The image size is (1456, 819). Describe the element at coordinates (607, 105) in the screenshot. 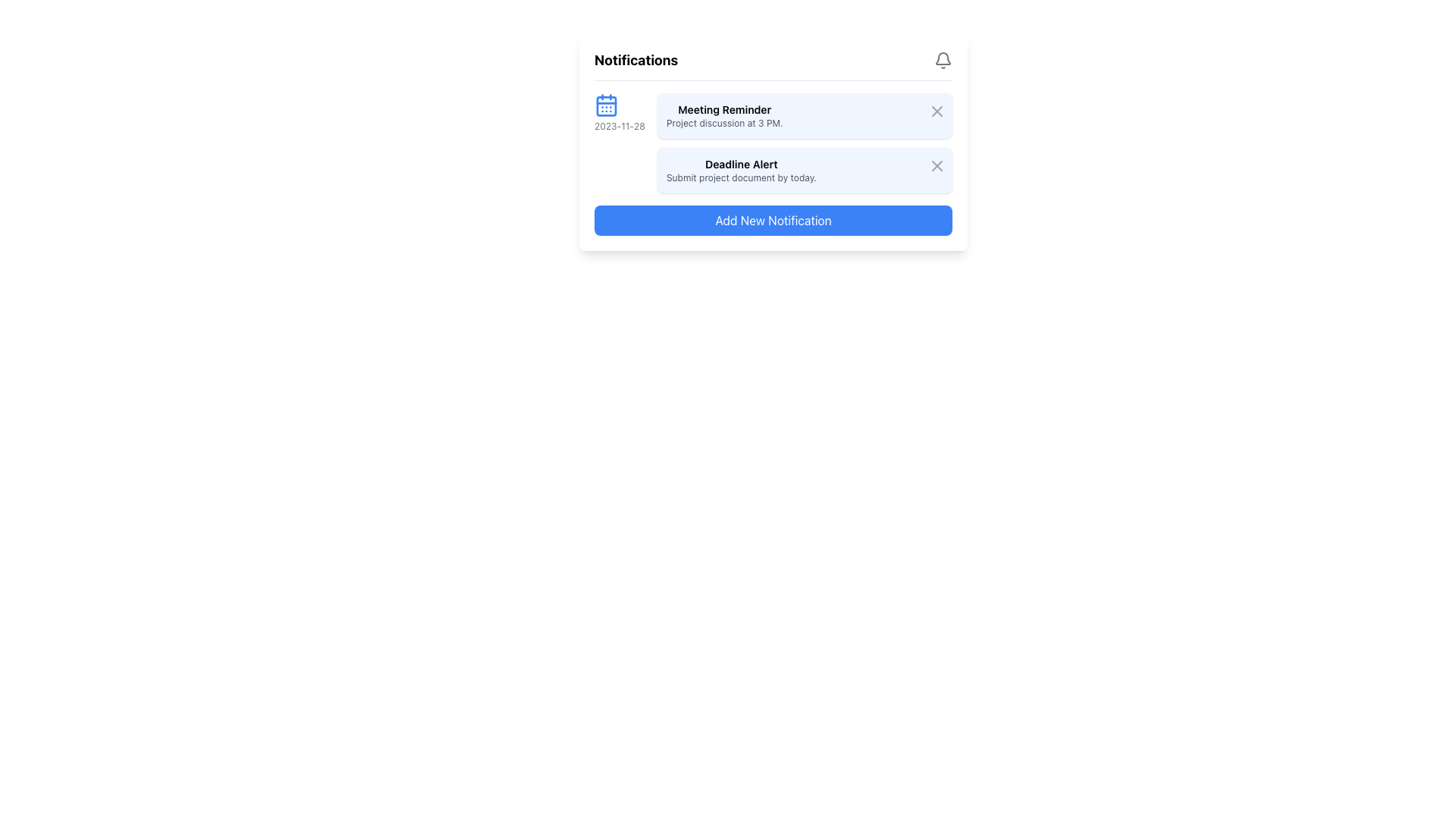

I see `the central rectangular shape within the calendar icon that has a rounded rectangular border` at that location.